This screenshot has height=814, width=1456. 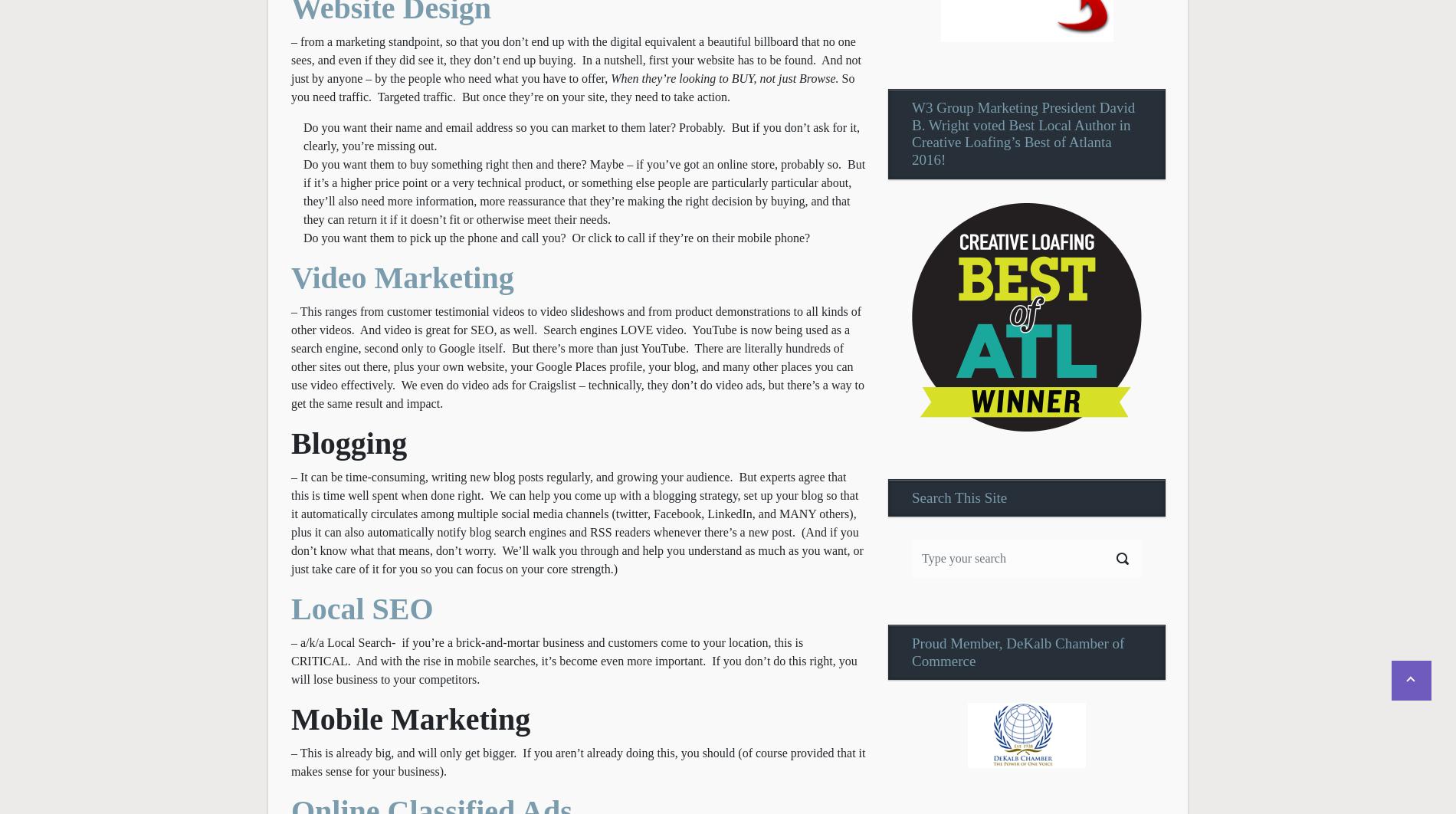 What do you see at coordinates (723, 77) in the screenshot?
I see `'When they’re looking to BUY, not just Browse.'` at bounding box center [723, 77].